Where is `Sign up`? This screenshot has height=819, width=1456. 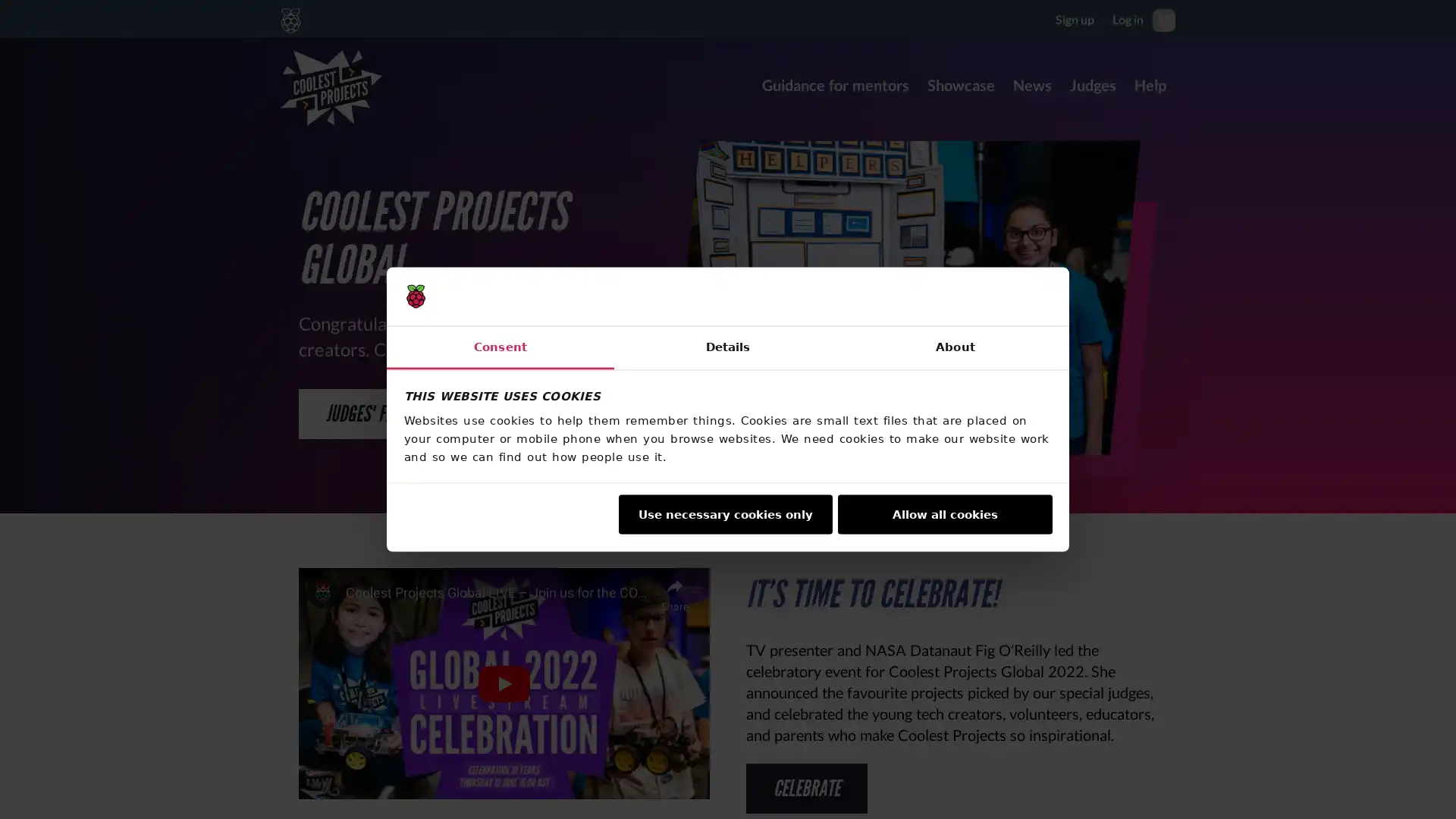 Sign up is located at coordinates (1074, 18).